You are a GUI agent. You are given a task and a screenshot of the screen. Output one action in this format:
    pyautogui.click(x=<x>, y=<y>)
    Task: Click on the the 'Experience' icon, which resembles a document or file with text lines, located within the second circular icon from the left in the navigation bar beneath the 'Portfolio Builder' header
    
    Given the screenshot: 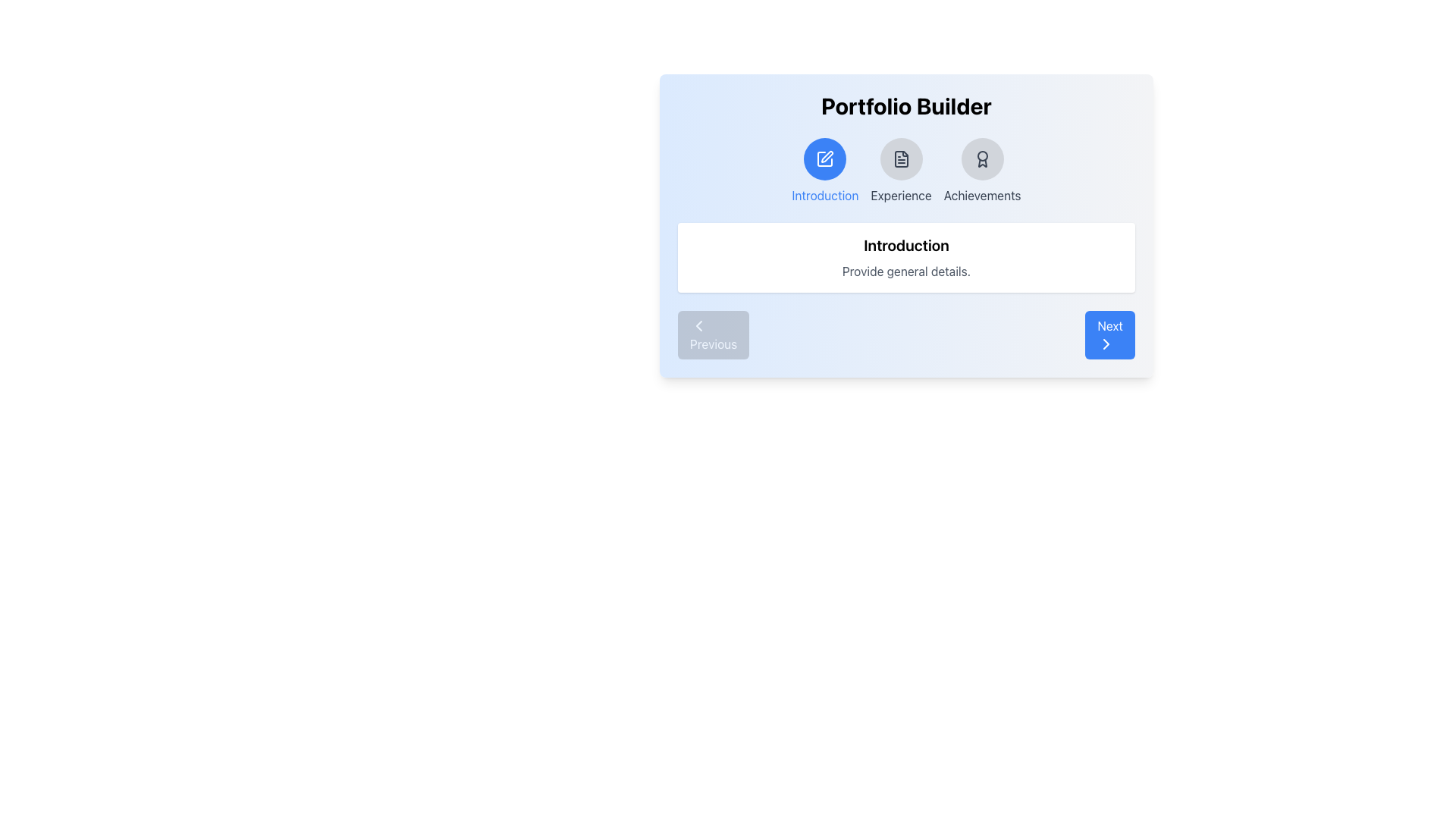 What is the action you would take?
    pyautogui.click(x=901, y=158)
    